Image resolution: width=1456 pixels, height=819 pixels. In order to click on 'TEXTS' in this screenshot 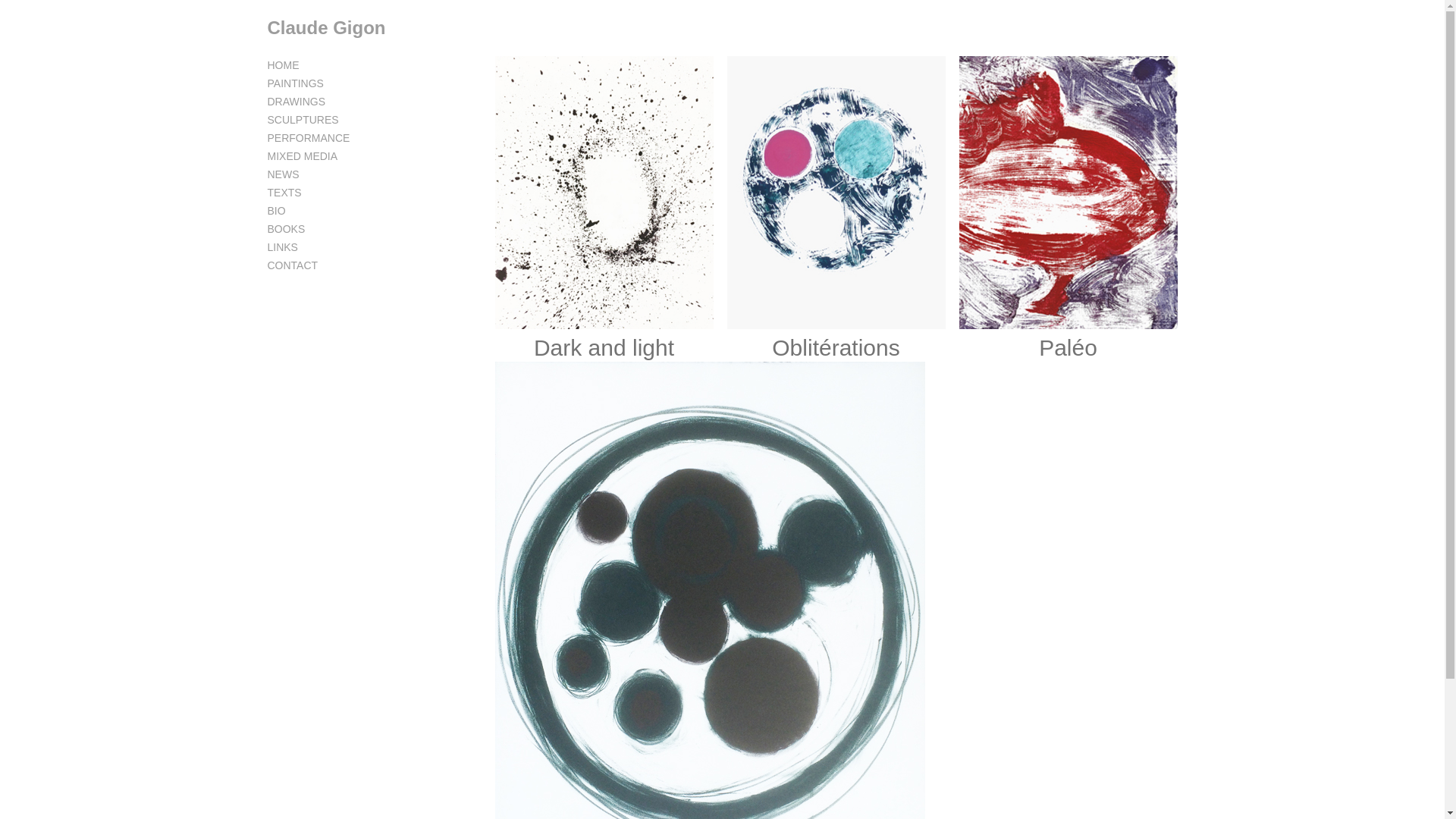, I will do `click(284, 192)`.